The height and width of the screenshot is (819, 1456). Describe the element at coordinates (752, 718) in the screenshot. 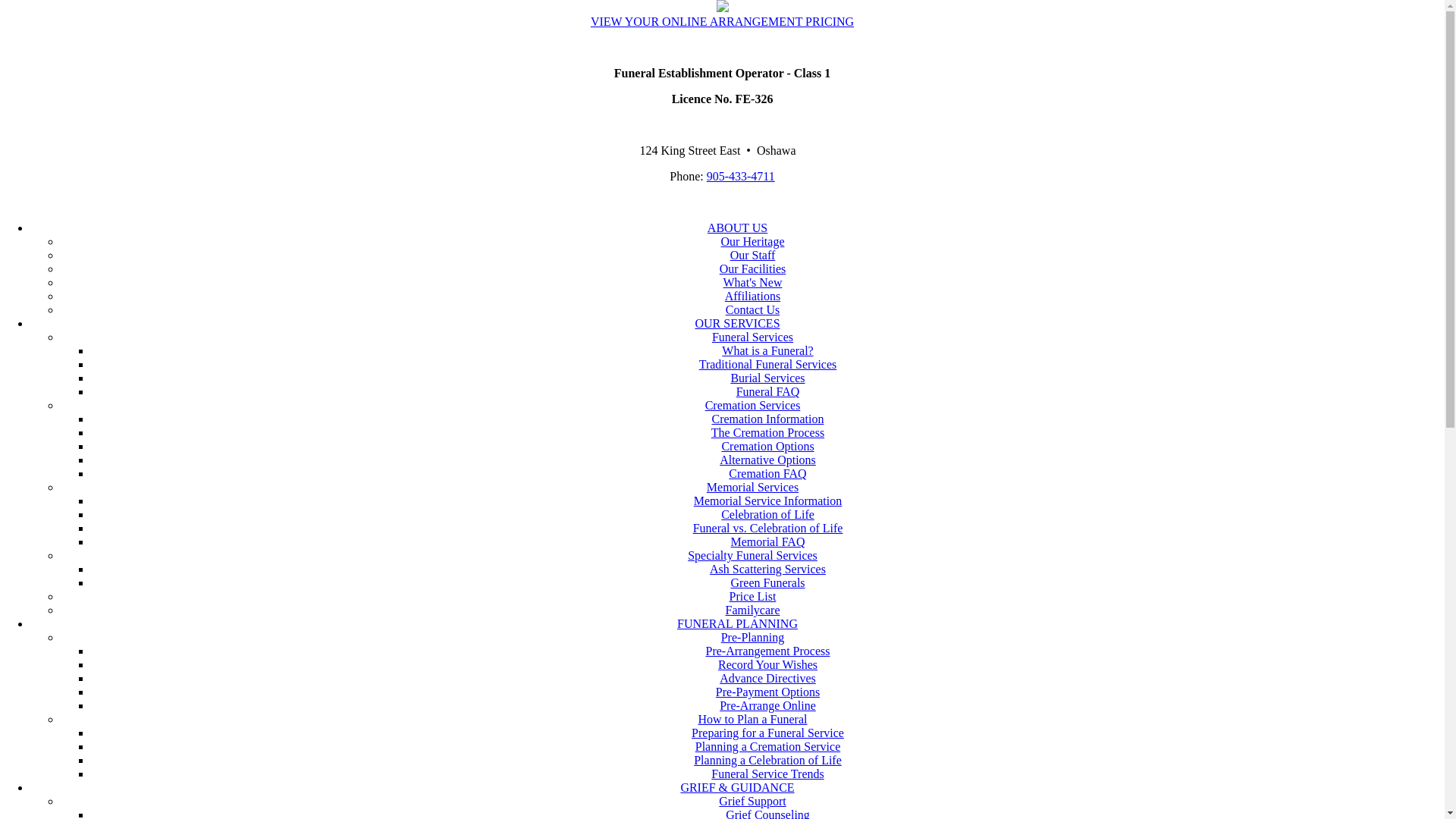

I see `'How to Plan a Funeral'` at that location.